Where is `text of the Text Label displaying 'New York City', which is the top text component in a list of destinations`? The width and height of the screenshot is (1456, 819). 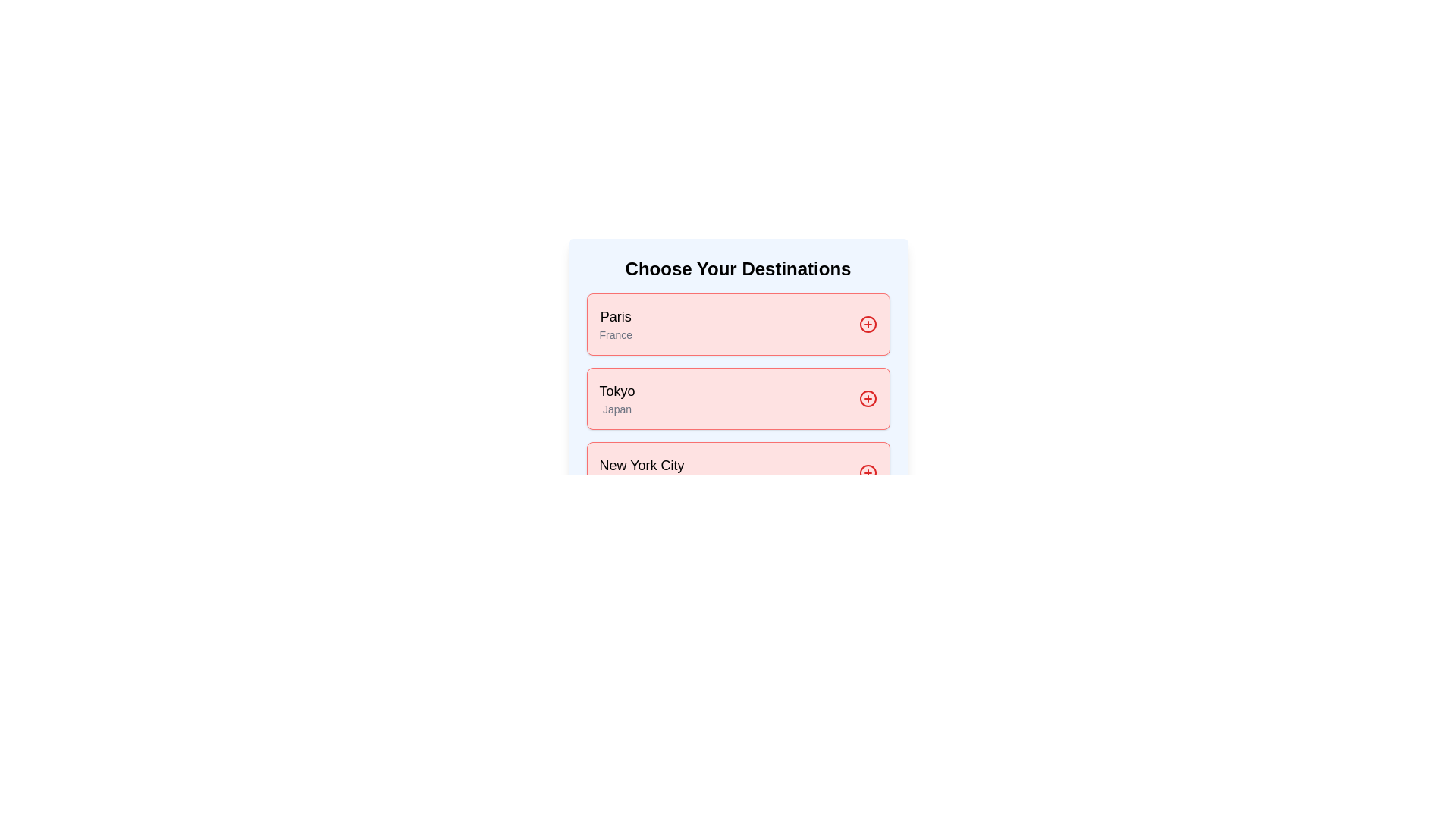
text of the Text Label displaying 'New York City', which is the top text component in a list of destinations is located at coordinates (642, 464).